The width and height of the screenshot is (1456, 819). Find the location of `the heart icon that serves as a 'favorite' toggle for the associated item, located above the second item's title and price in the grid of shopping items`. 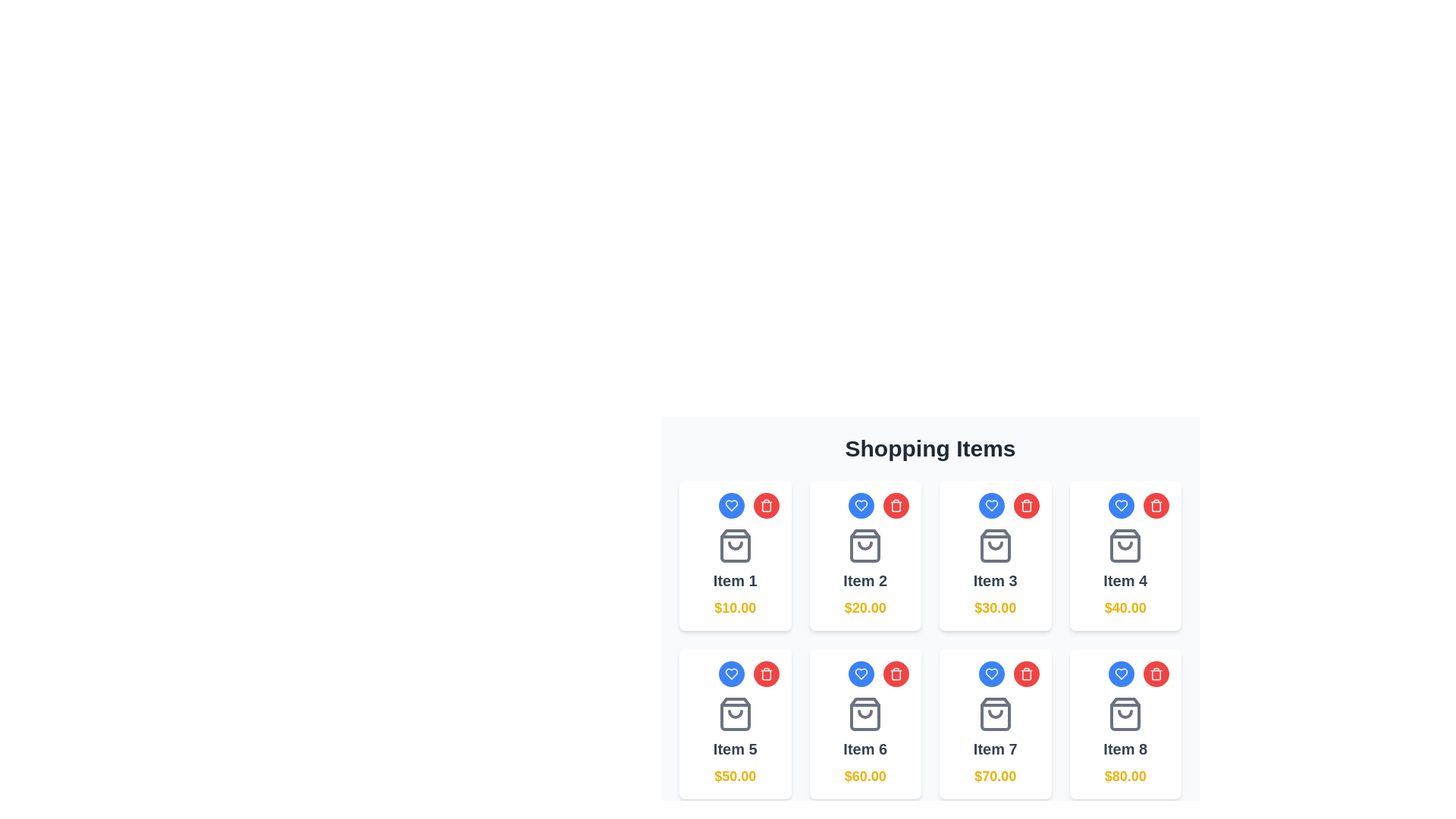

the heart icon that serves as a 'favorite' toggle for the associated item, located above the second item's title and price in the grid of shopping items is located at coordinates (861, 506).